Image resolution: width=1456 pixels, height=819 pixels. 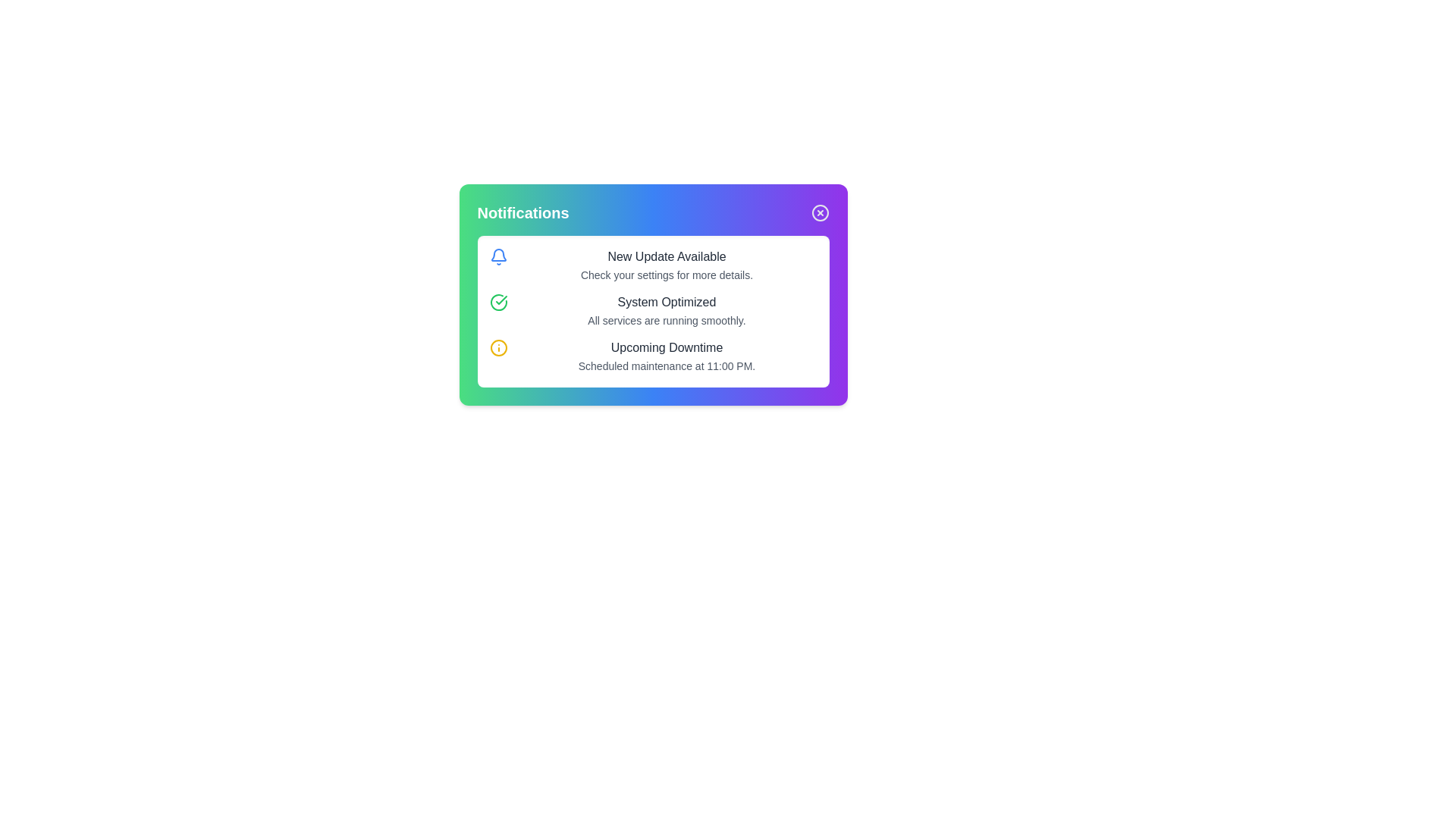 What do you see at coordinates (819, 213) in the screenshot?
I see `the close button represented by a white 'X' inside a circular boundary` at bounding box center [819, 213].